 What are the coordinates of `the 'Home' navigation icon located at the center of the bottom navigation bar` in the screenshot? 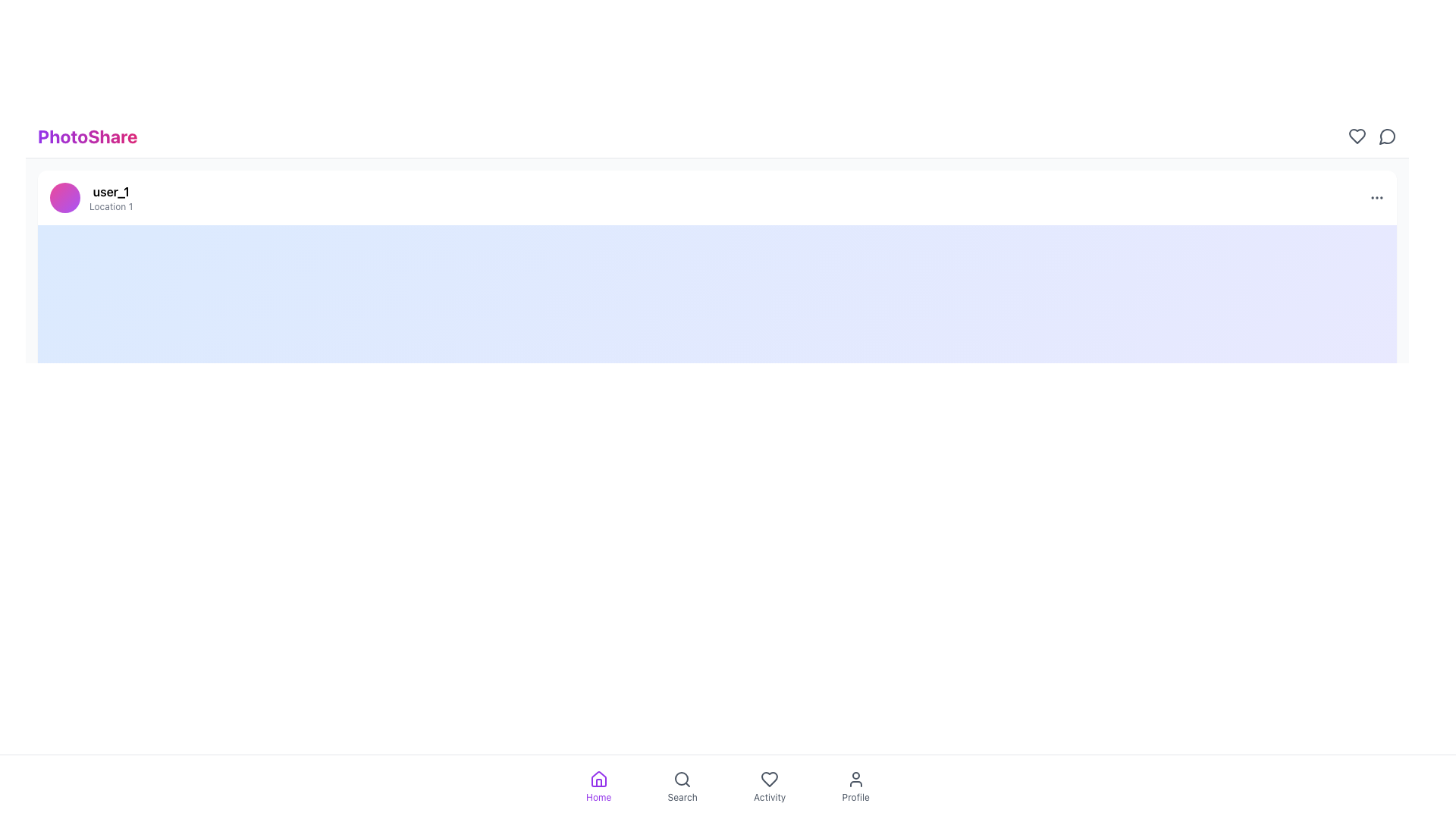 It's located at (598, 780).